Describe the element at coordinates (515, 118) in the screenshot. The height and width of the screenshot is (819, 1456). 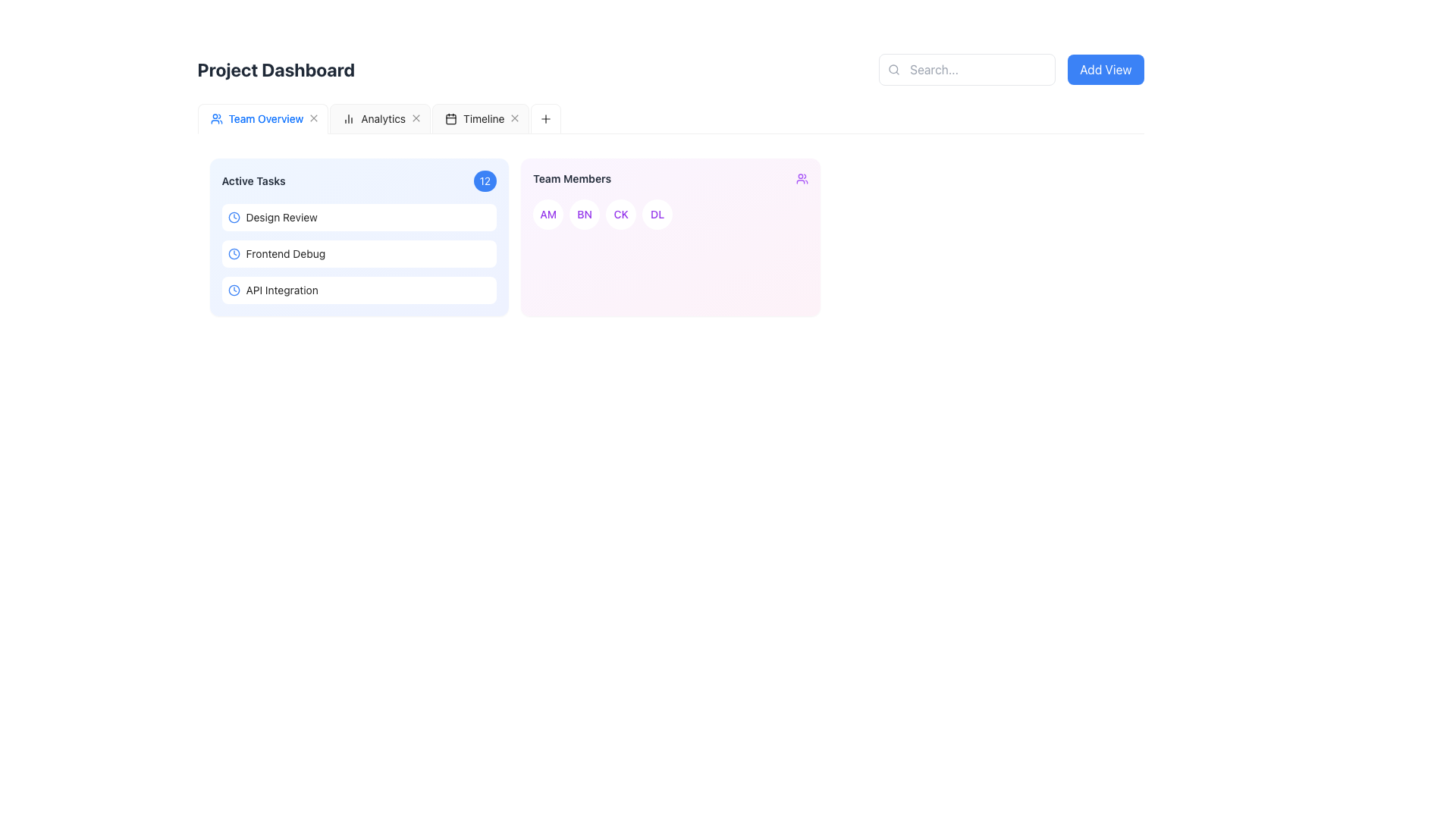
I see `the close or cancel button represented by a segment of an 'X' shape in the top navigation bar, located to the right of the 'Timeline' tab indicator` at that location.